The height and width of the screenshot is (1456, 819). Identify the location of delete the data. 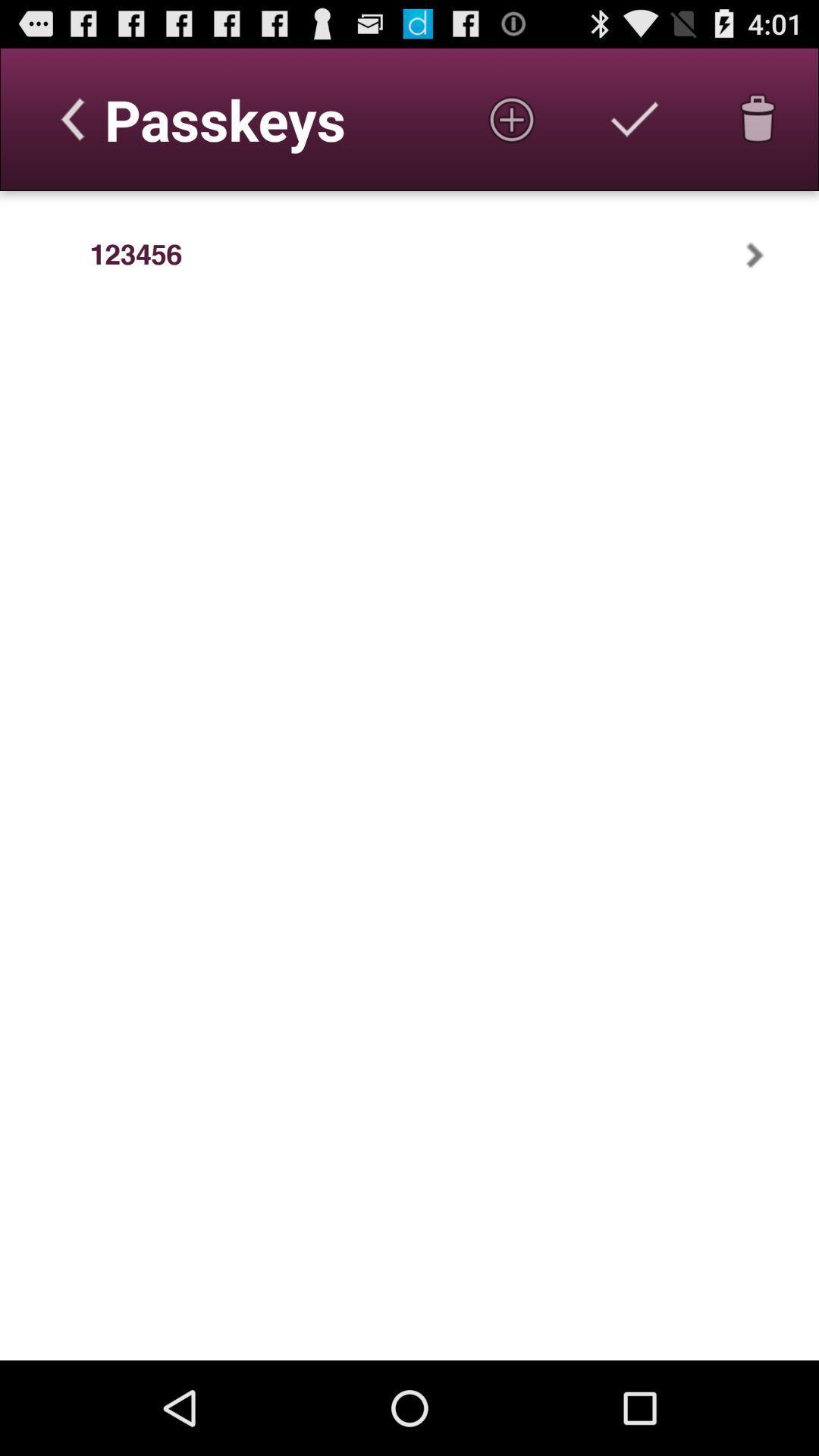
(758, 118).